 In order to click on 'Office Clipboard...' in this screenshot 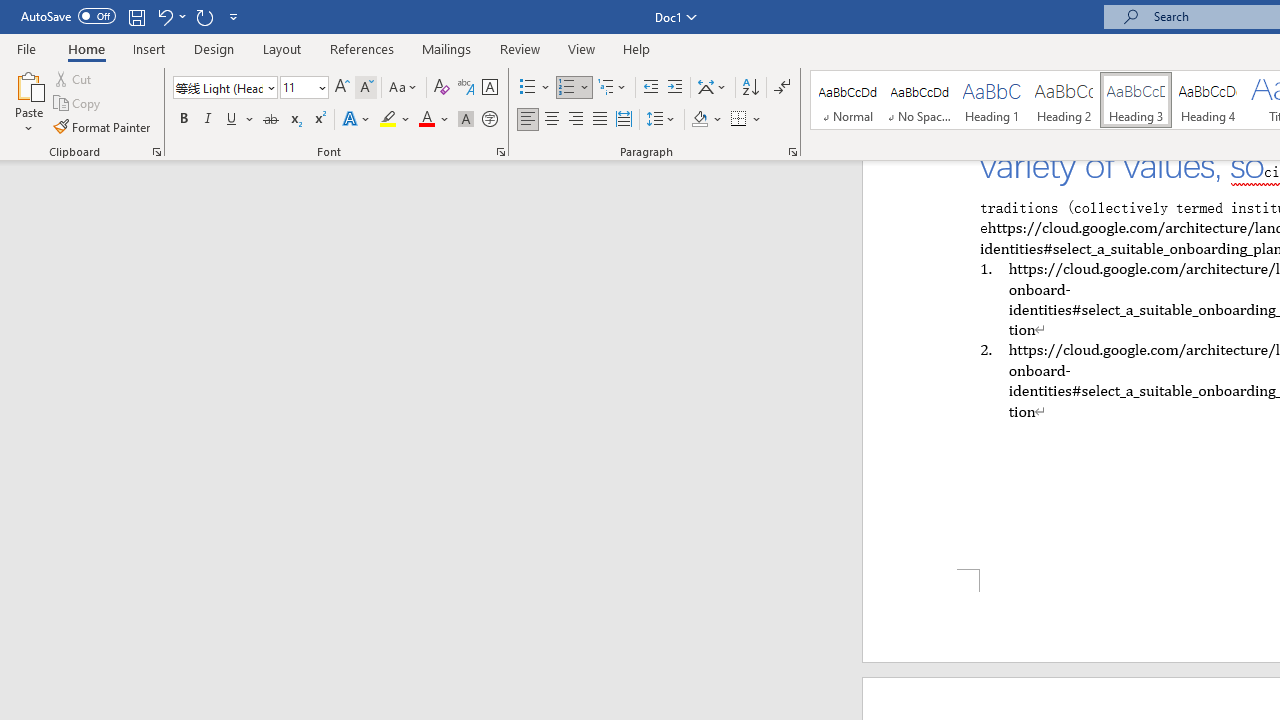, I will do `click(155, 150)`.